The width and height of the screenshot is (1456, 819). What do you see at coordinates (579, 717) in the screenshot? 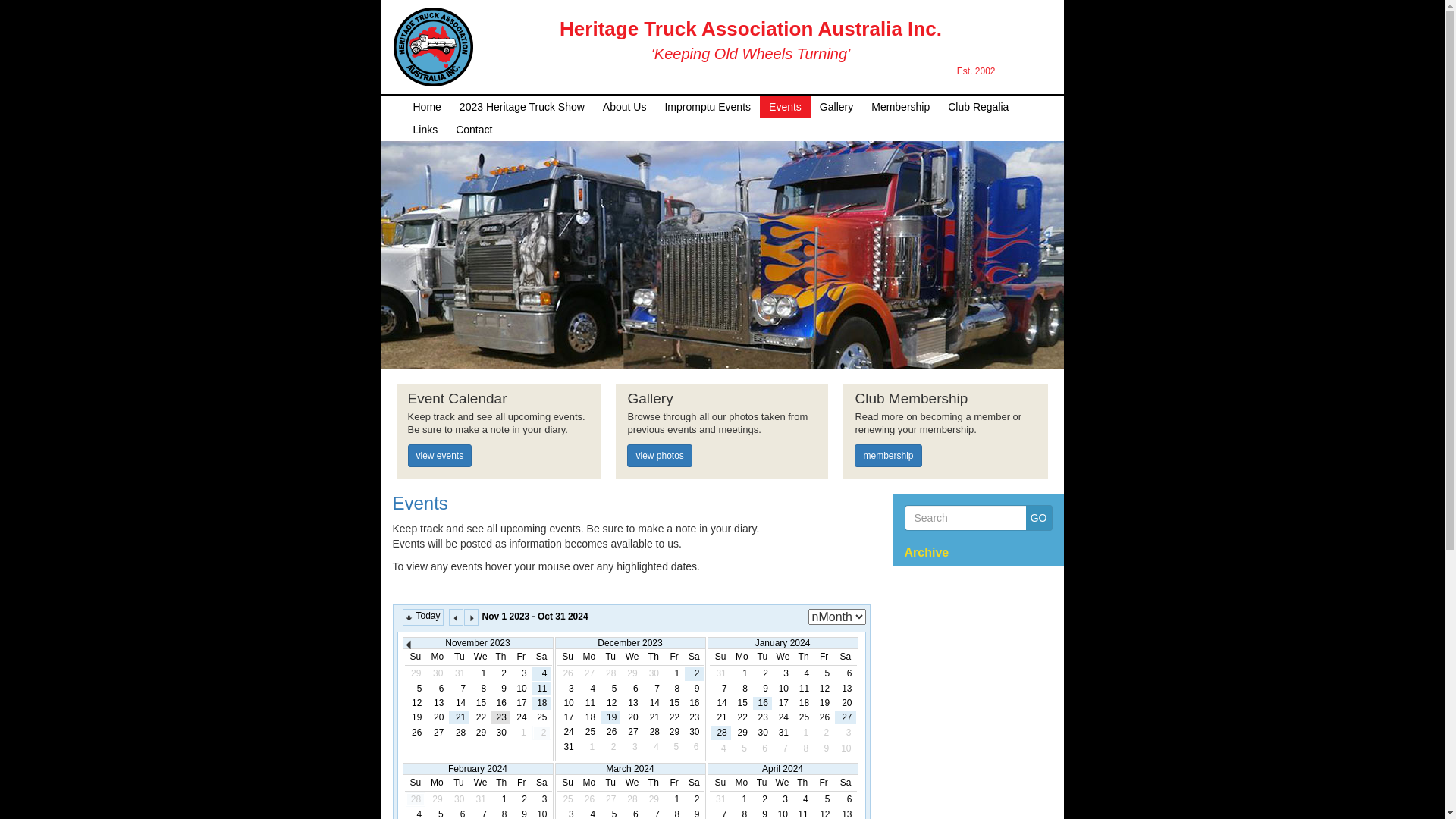
I see `'18'` at bounding box center [579, 717].